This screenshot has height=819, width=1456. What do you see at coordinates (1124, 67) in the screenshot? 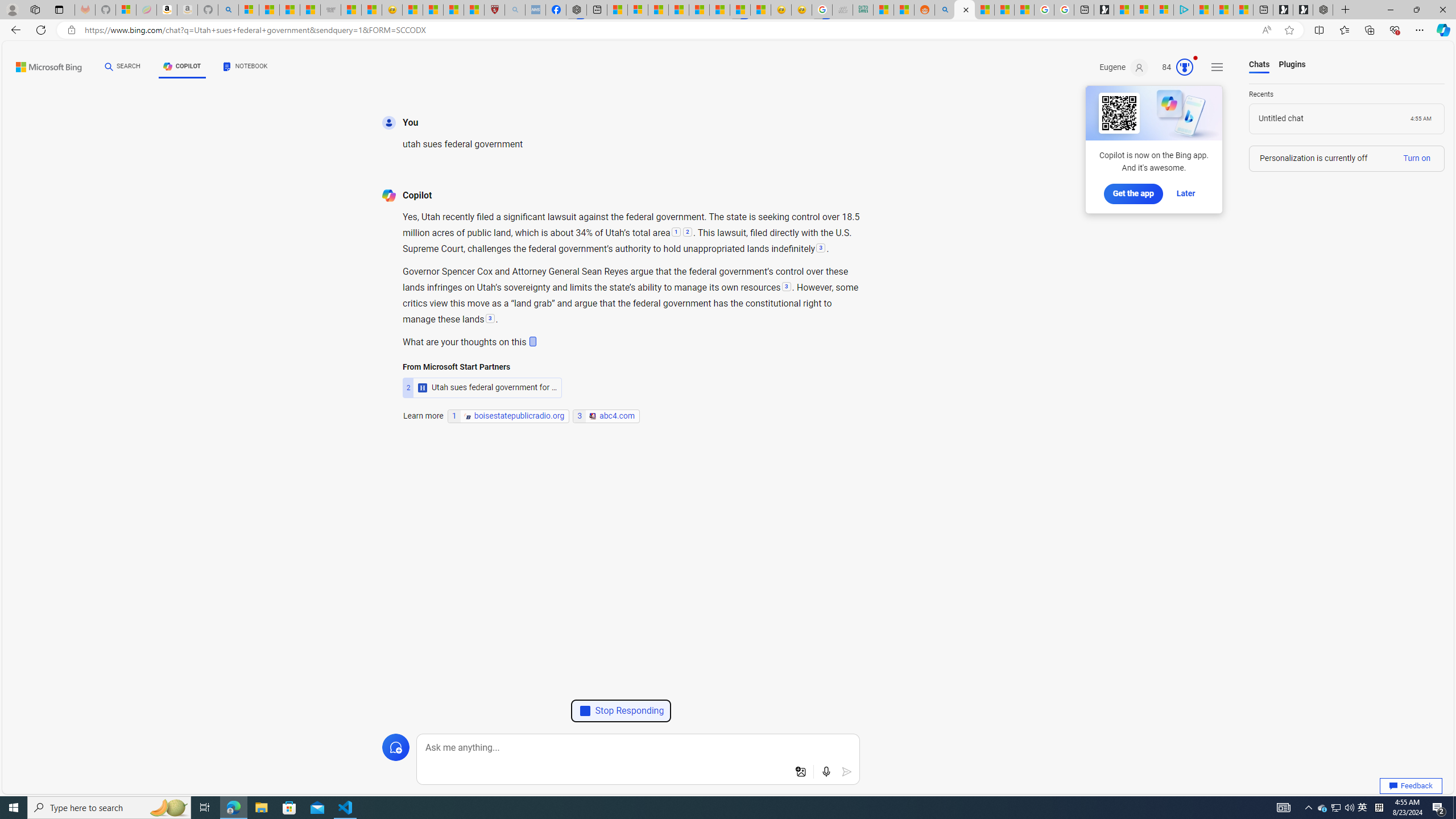
I see `'Eugene'` at bounding box center [1124, 67].